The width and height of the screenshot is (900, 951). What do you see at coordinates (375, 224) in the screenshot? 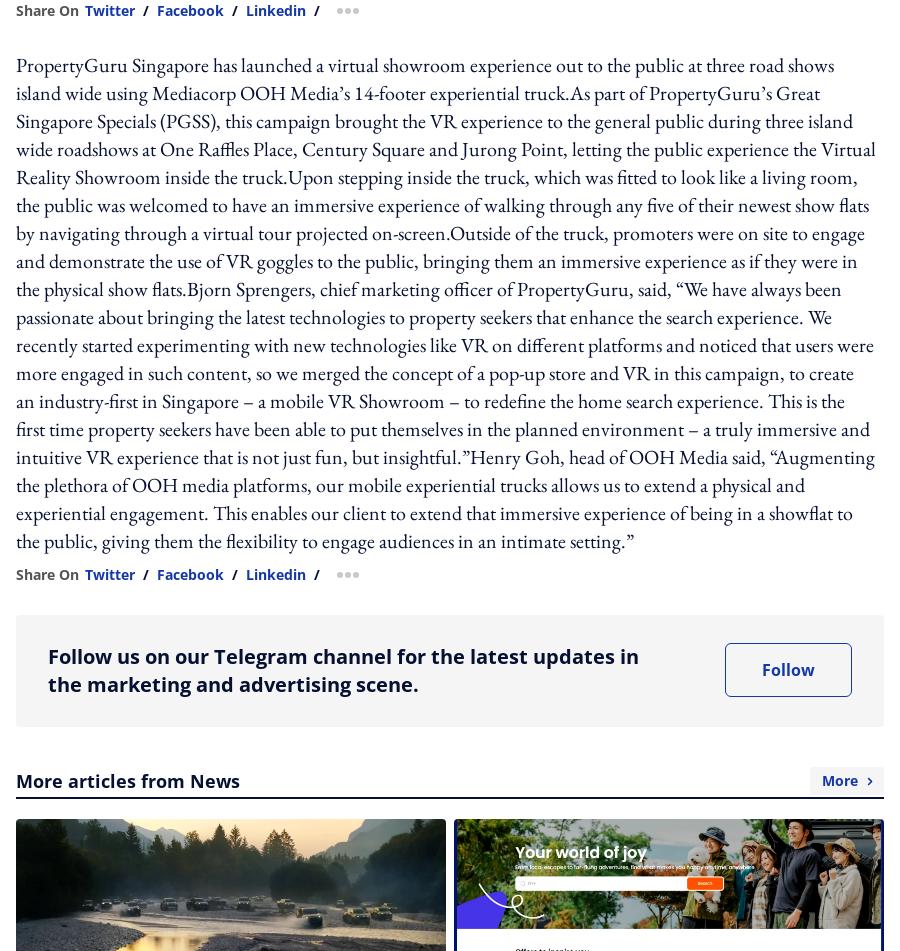
I see `'mob-ex awards'` at bounding box center [375, 224].